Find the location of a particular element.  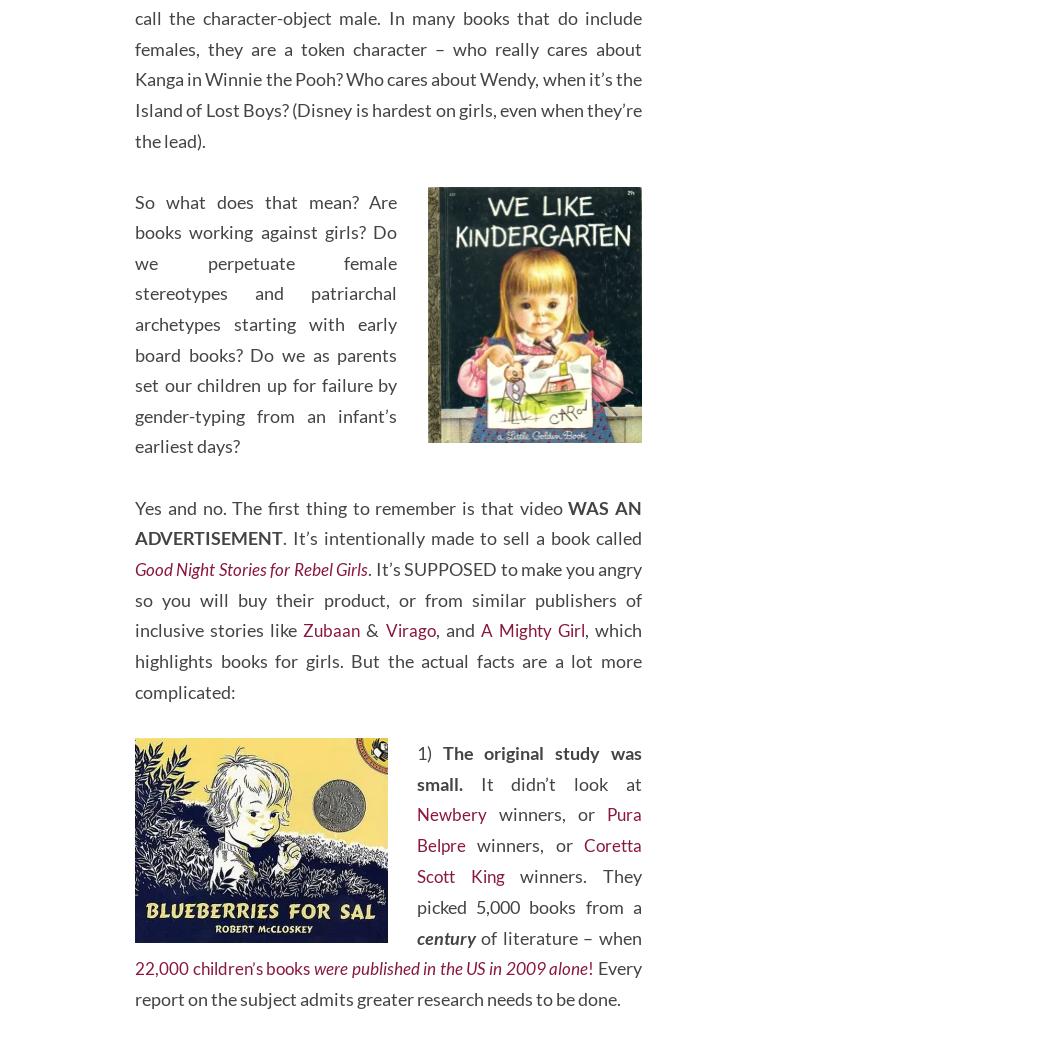

'1)' is located at coordinates (429, 780).